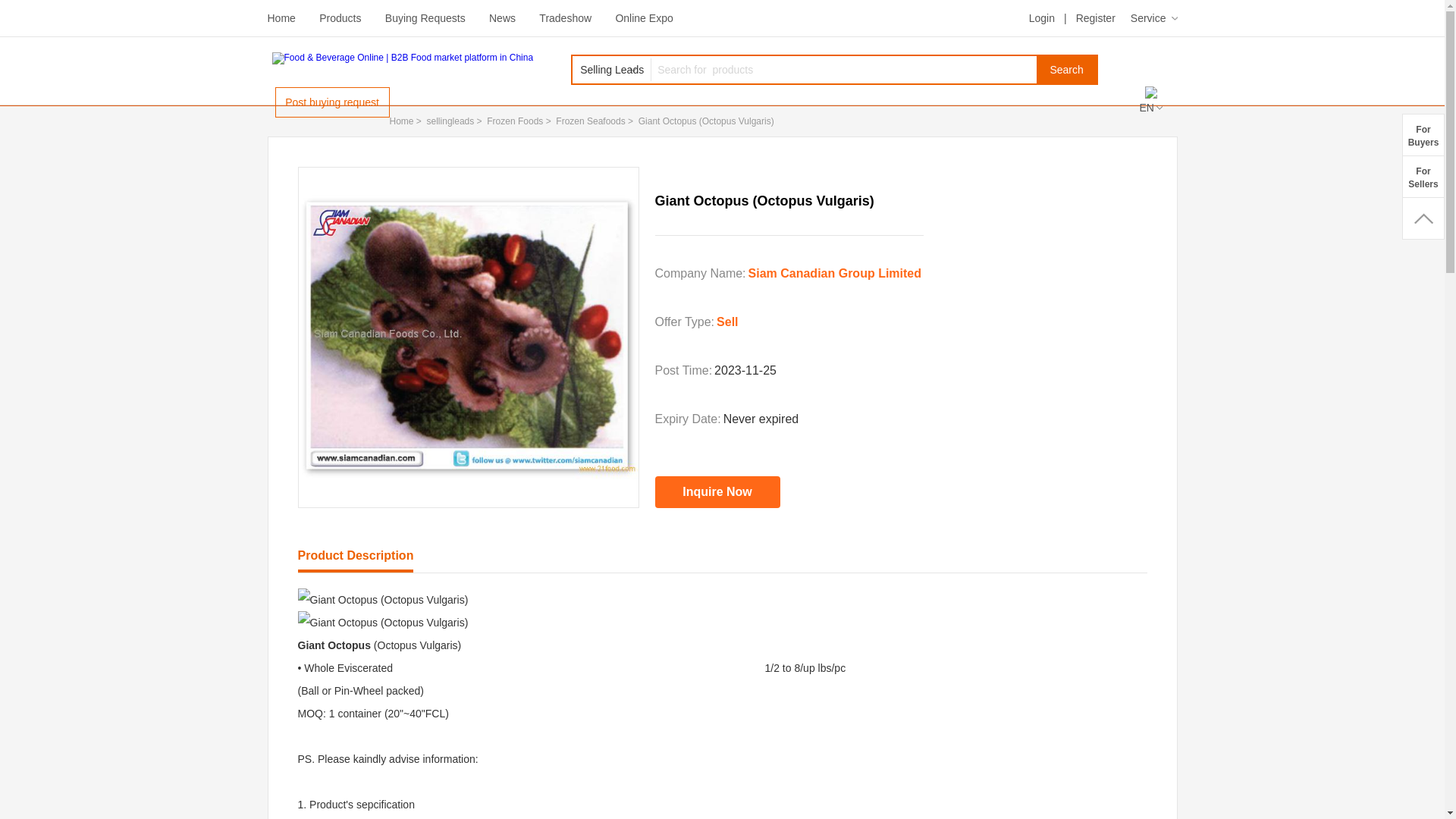  What do you see at coordinates (450, 120) in the screenshot?
I see `'sellingleads'` at bounding box center [450, 120].